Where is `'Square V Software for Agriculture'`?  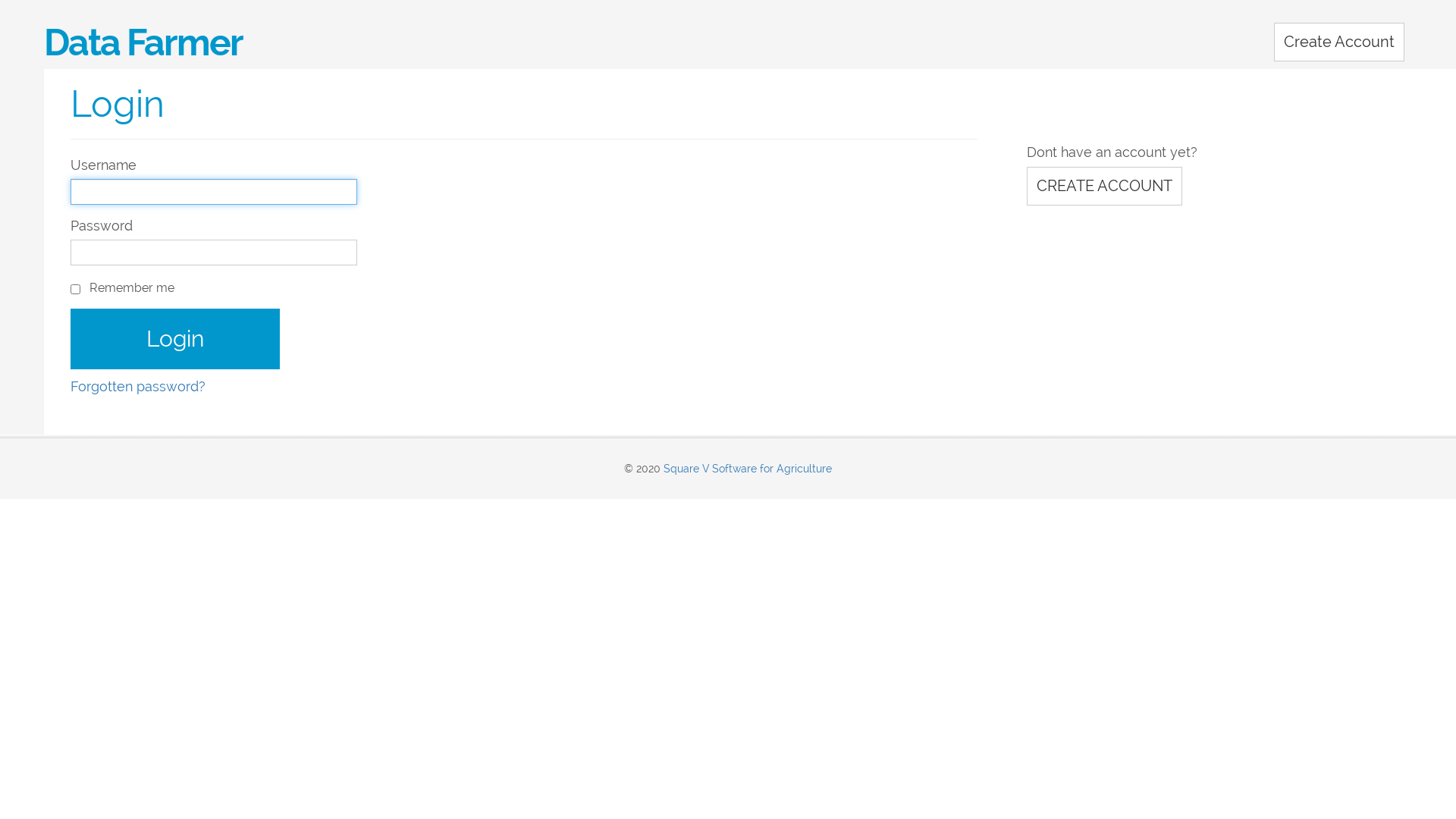 'Square V Software for Agriculture' is located at coordinates (747, 467).